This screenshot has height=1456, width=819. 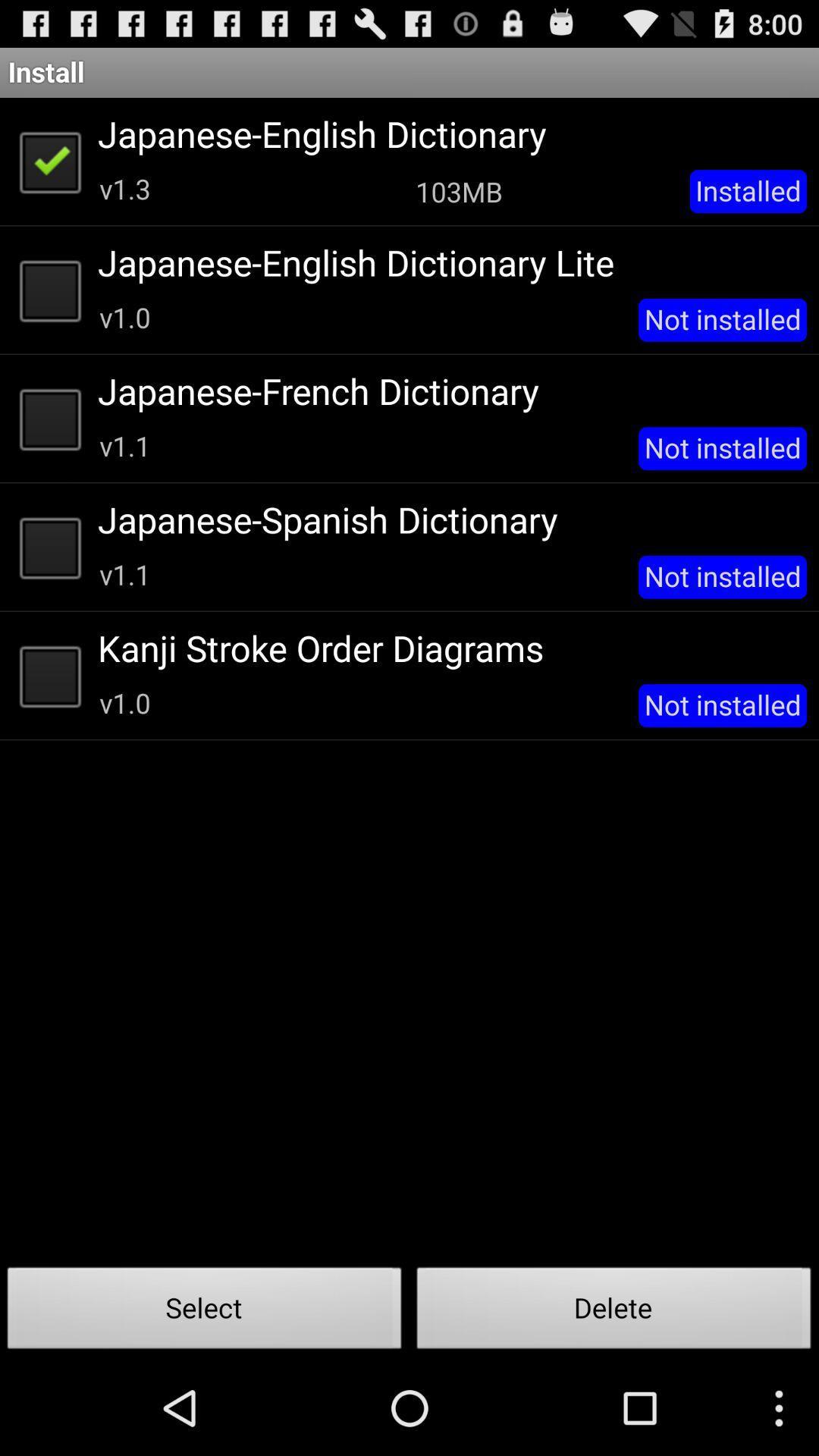 I want to click on select icon, so click(x=205, y=1312).